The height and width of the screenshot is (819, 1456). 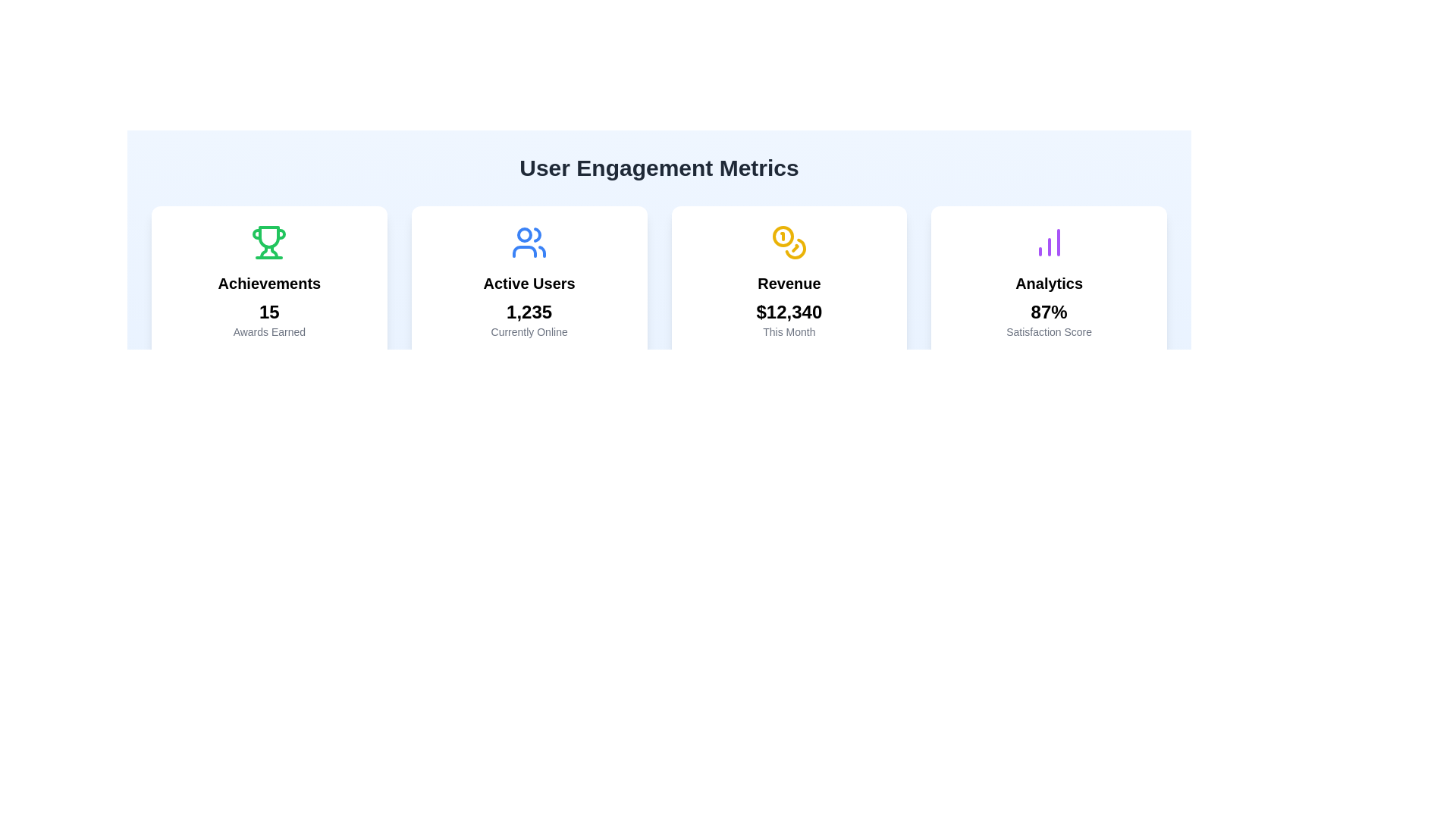 I want to click on the 'Satisfaction Score' text label, which is styled in gray and positioned below the '87%' text within the white card in the 'Analytics' section, so click(x=1048, y=331).